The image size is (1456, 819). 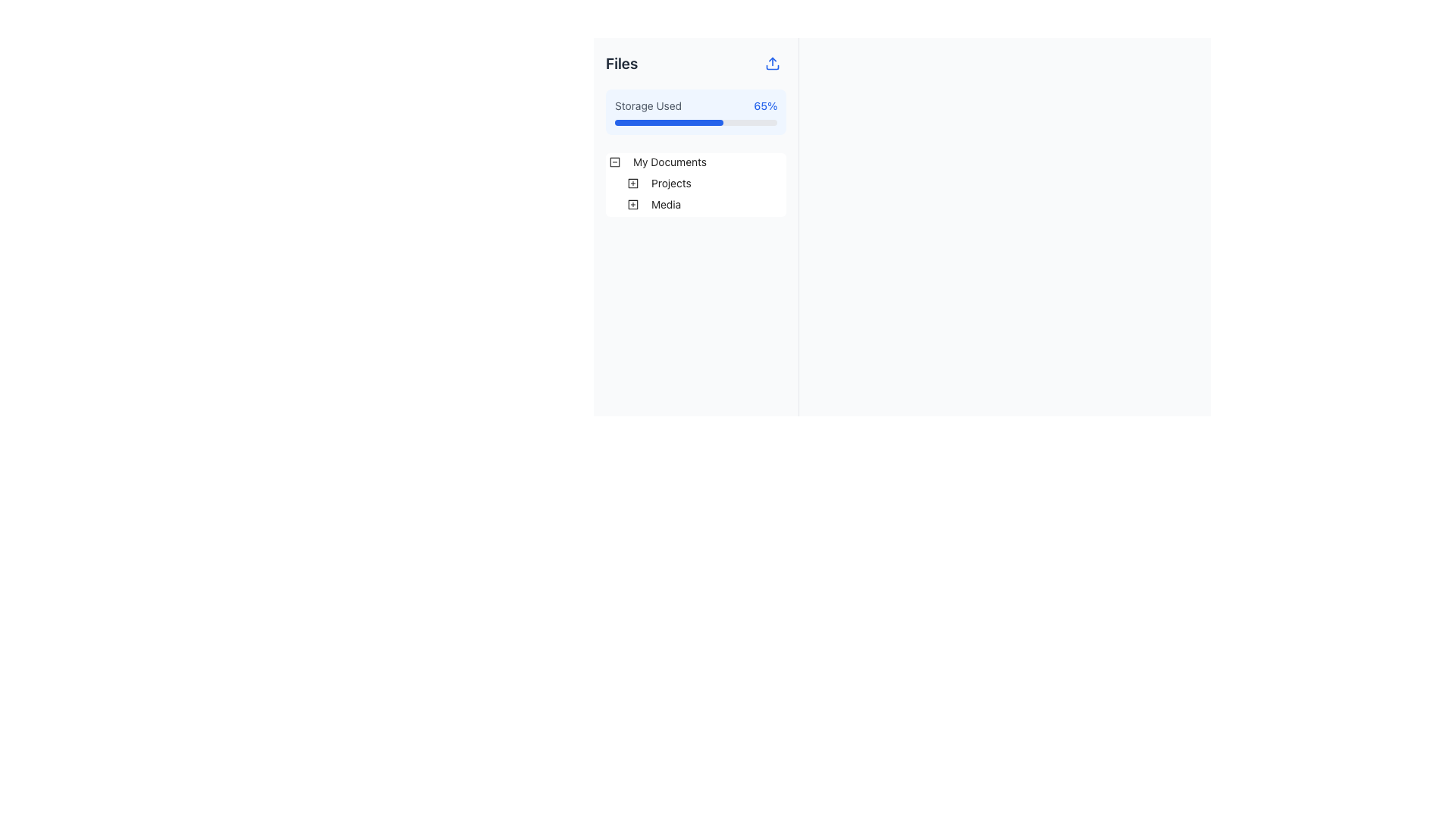 What do you see at coordinates (633, 205) in the screenshot?
I see `the graphical square outline with rounded corners, which is part of the icon located near the 'Media' tree structure in the file management interface` at bounding box center [633, 205].